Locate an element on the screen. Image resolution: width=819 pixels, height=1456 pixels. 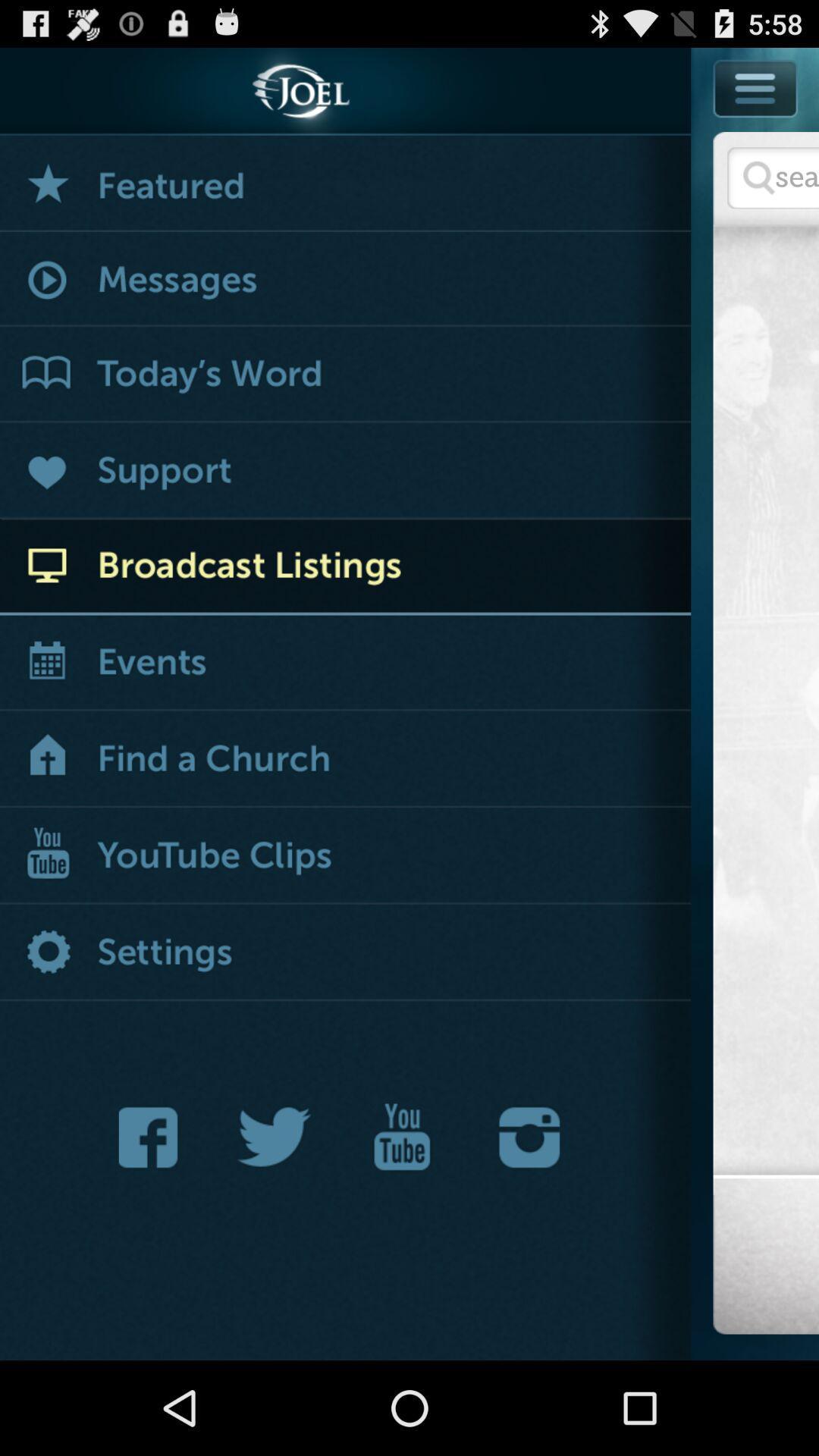
serarch is located at coordinates (773, 177).